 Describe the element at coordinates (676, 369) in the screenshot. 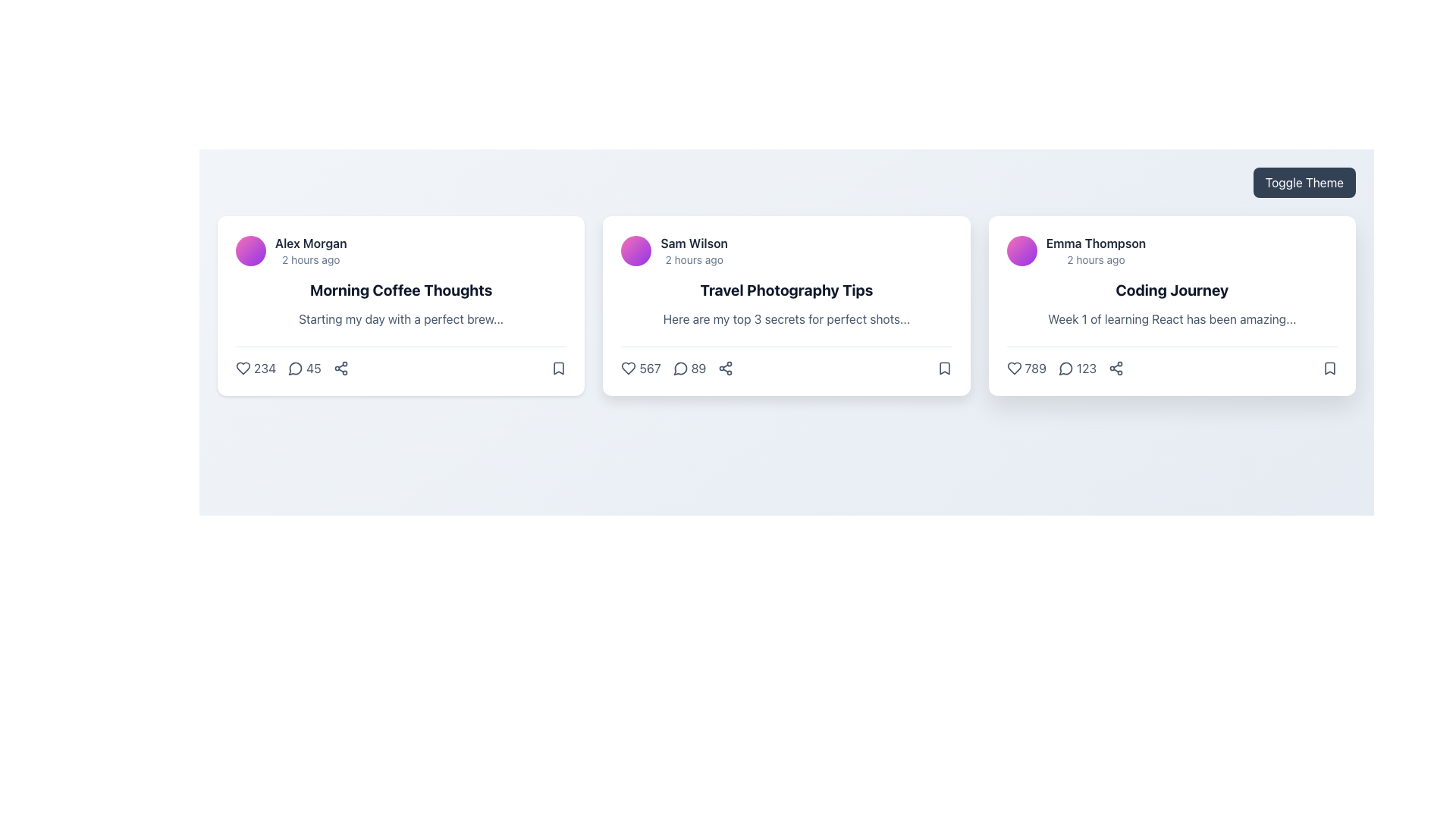

I see `the comment count button located between the '567 likes' count and the share icon at the bottom of the 'Travel Photography Tips' card to potentially see a tooltip` at that location.